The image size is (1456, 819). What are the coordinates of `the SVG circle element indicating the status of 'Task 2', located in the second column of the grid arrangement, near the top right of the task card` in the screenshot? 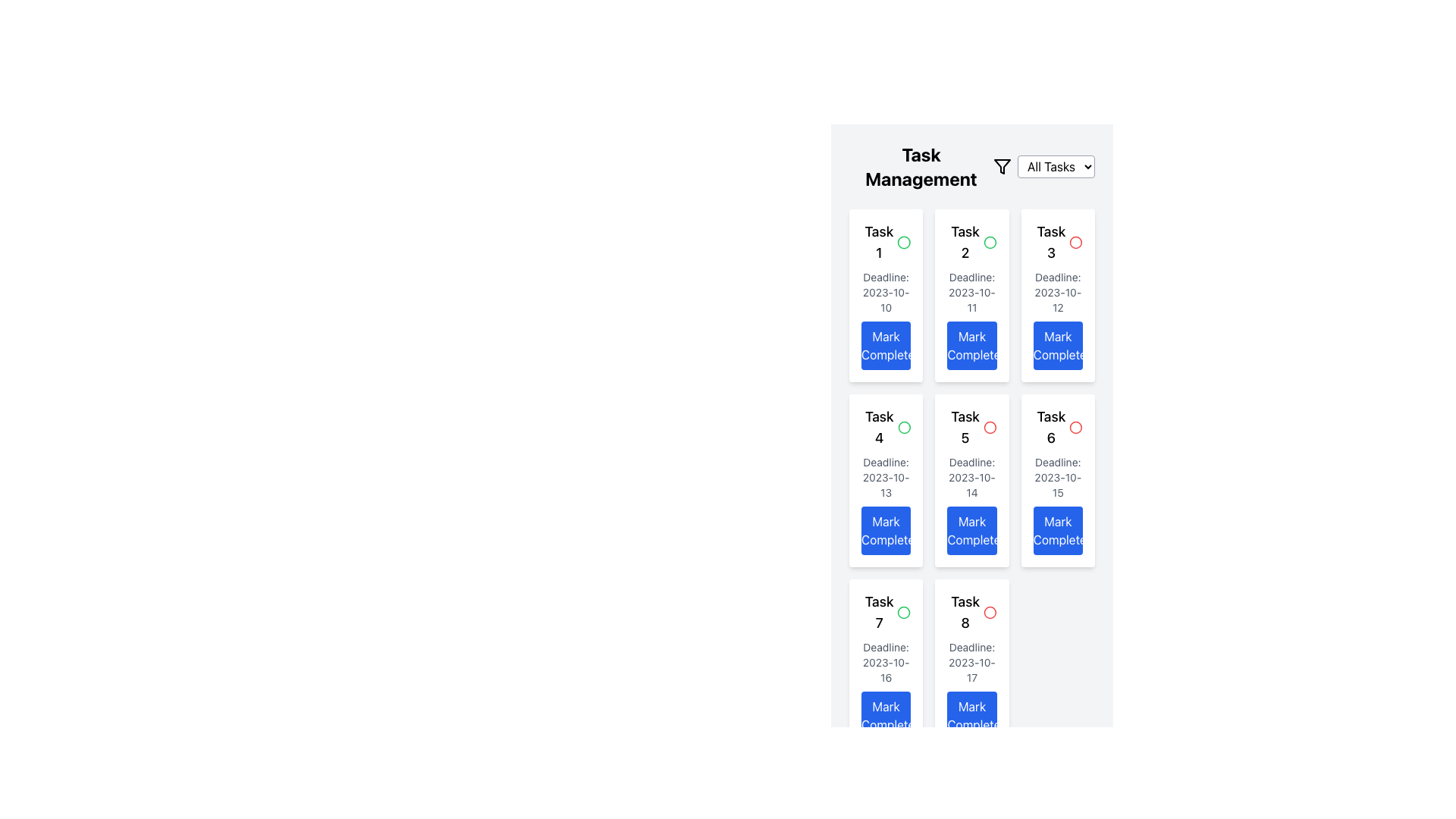 It's located at (904, 611).